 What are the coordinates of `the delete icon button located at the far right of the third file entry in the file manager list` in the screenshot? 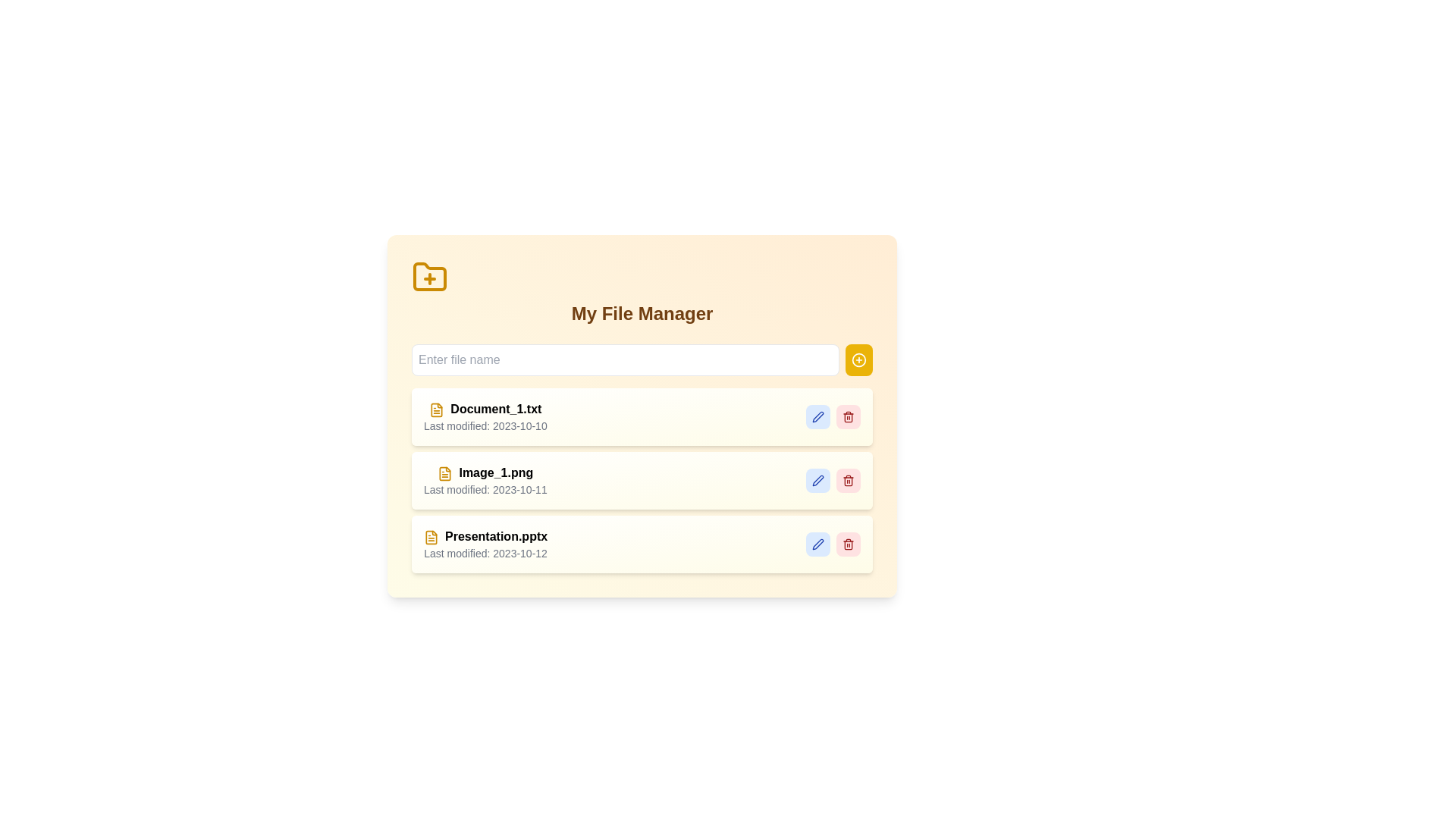 It's located at (847, 417).